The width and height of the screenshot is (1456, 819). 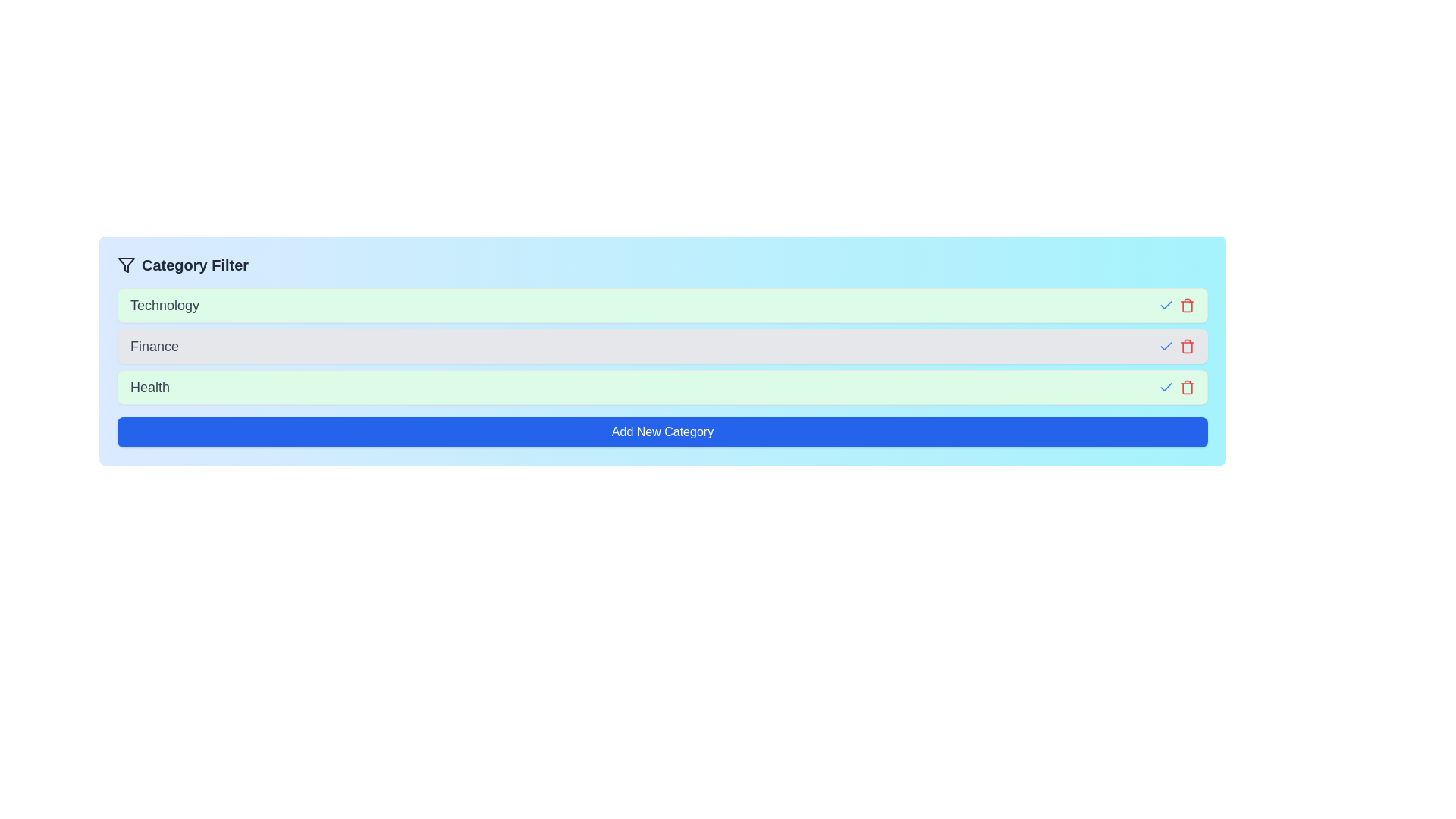 What do you see at coordinates (1165, 346) in the screenshot?
I see `the category Finance` at bounding box center [1165, 346].